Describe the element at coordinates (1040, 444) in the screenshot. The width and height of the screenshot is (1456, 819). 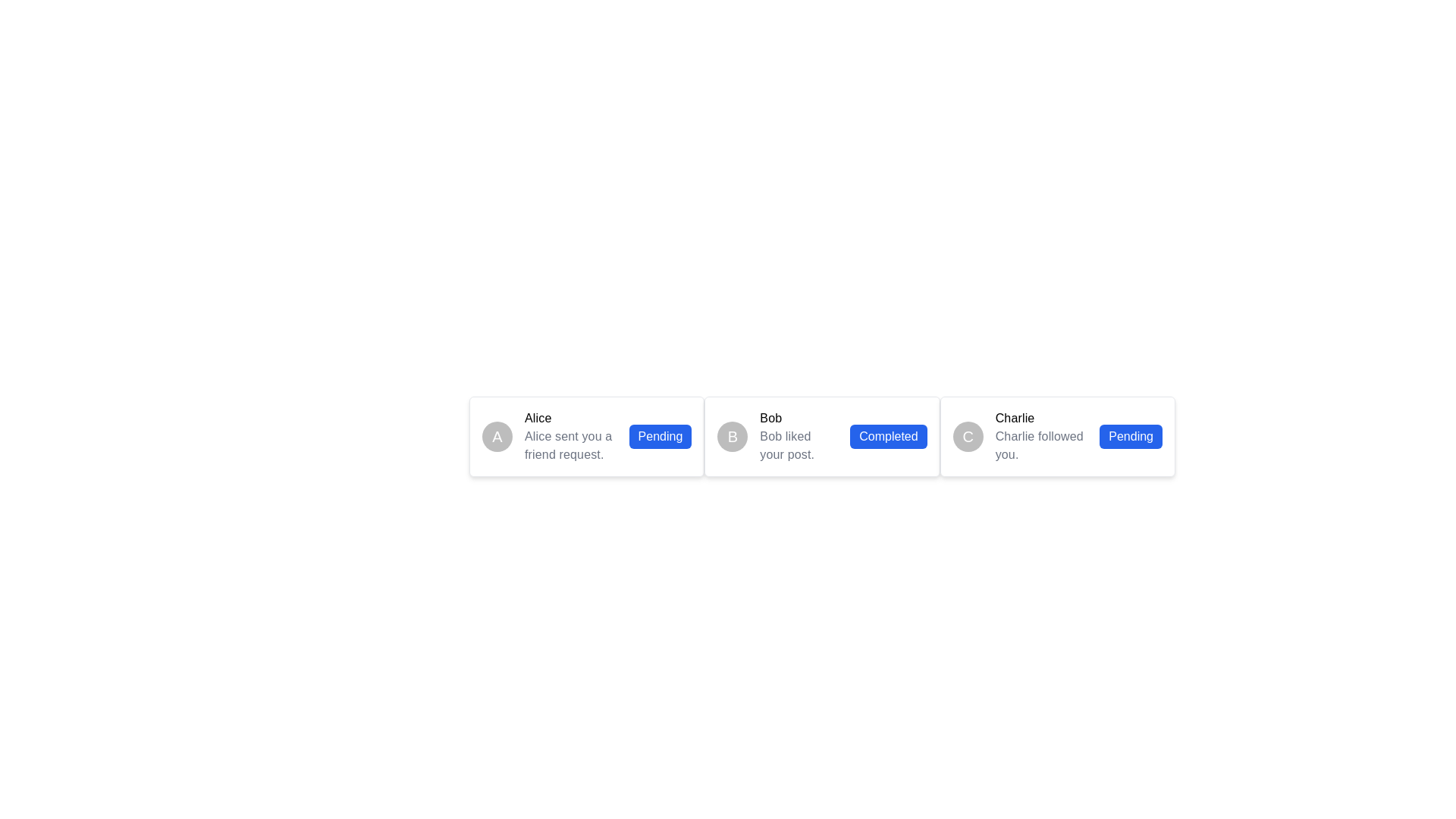
I see `the static text label displaying 'Charlie followed you.' located in the third user notification card` at that location.